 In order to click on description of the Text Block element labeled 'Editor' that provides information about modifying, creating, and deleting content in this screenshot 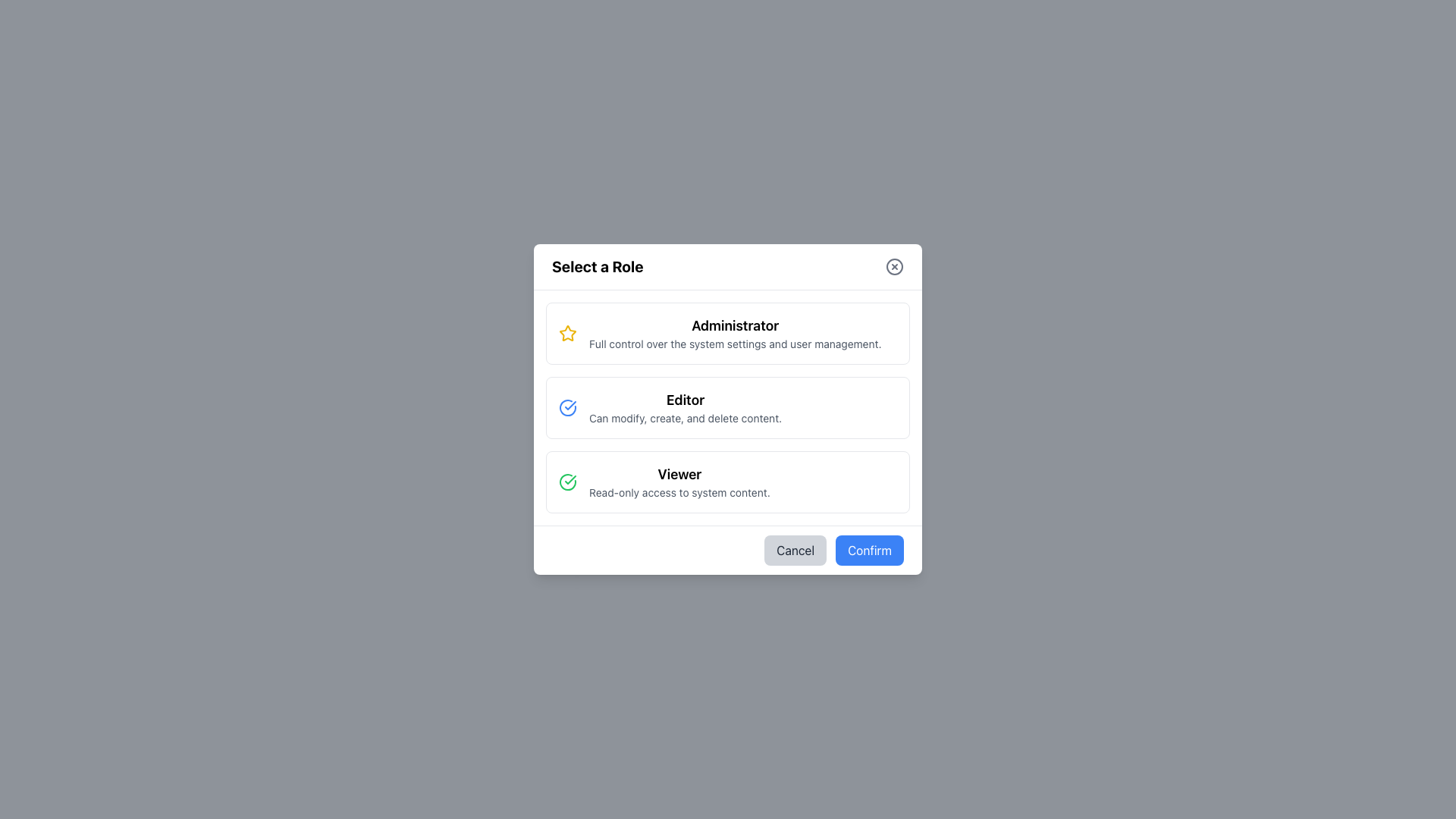, I will do `click(685, 406)`.